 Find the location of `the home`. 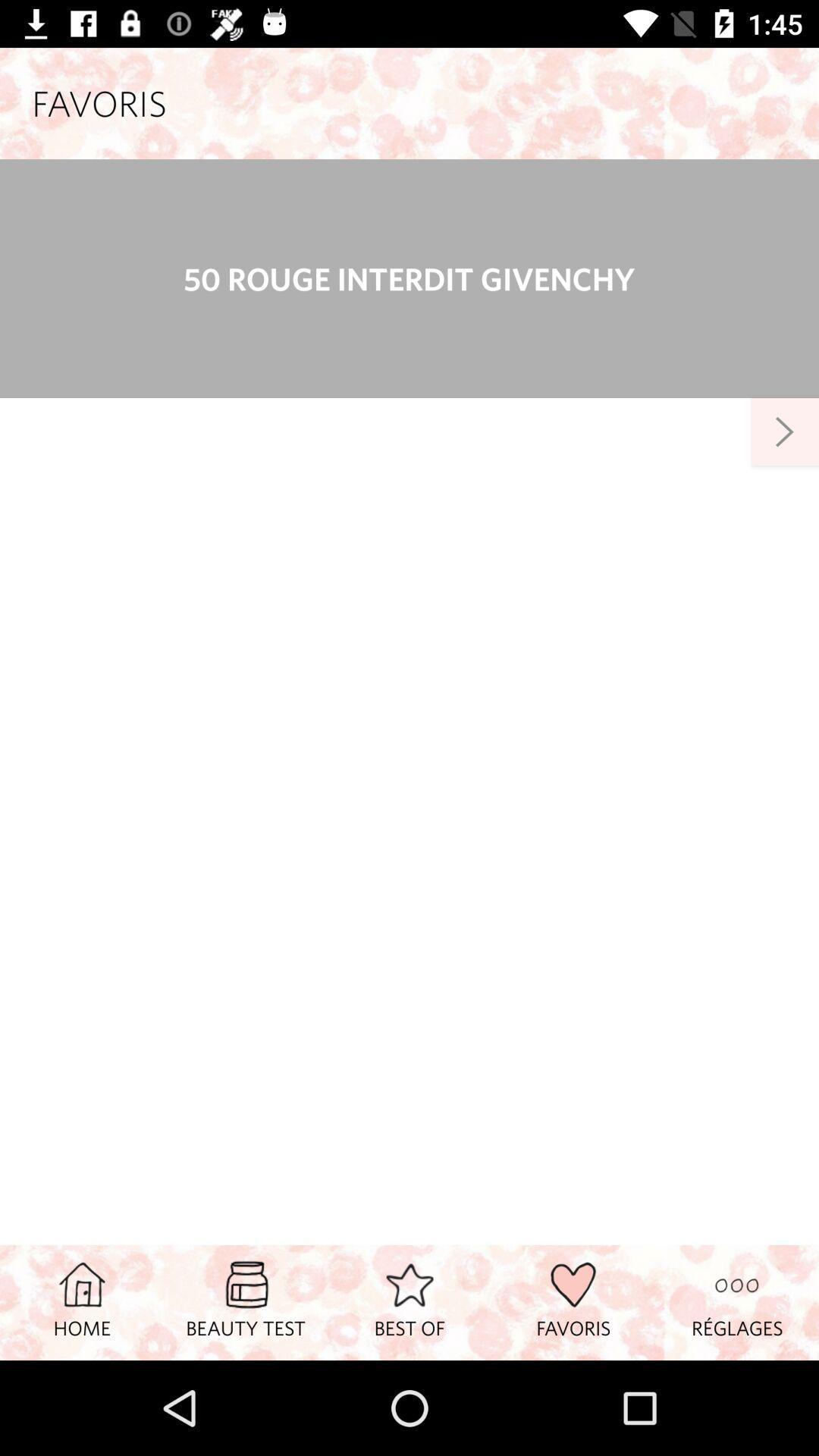

the home is located at coordinates (82, 1301).